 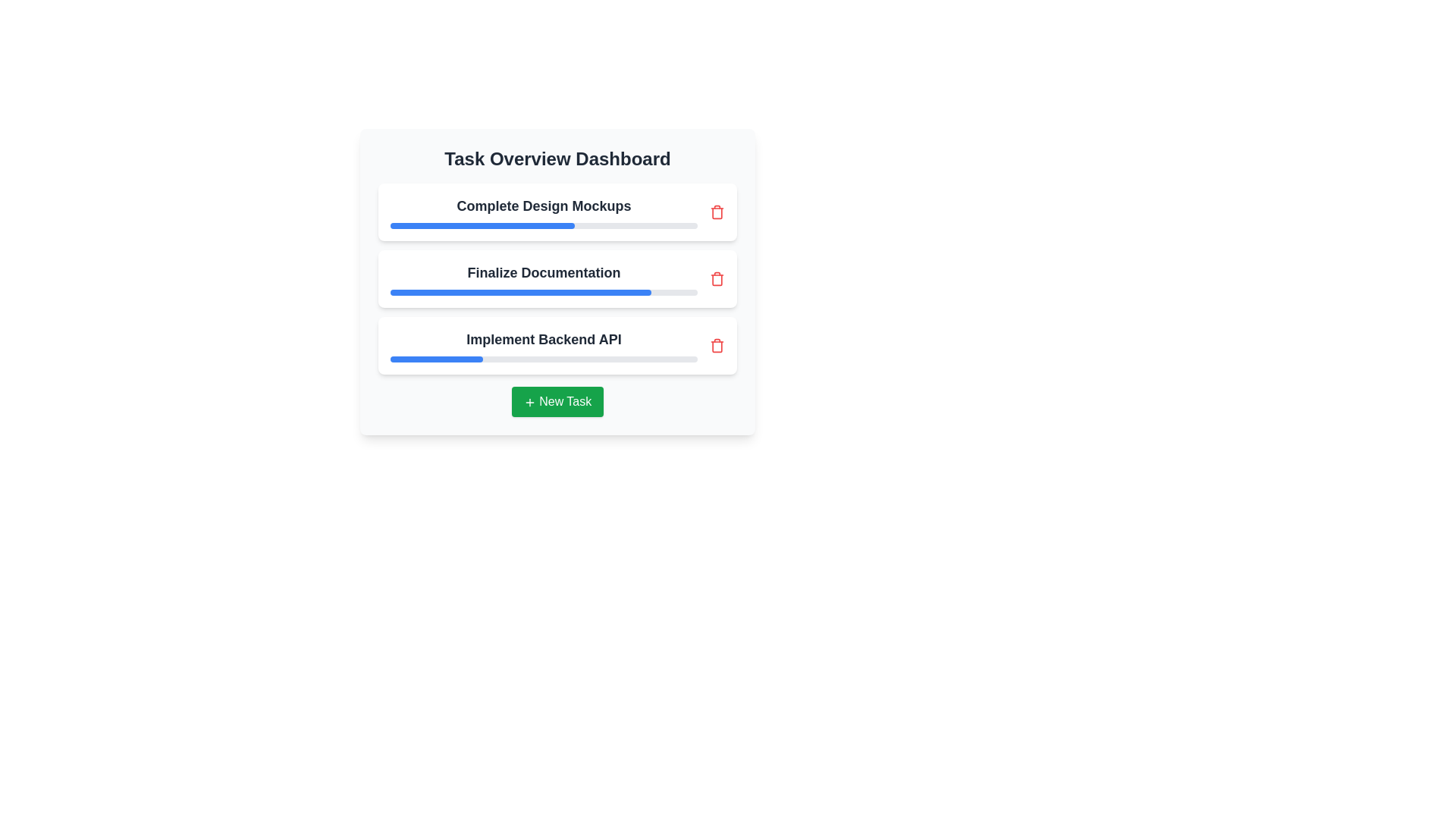 What do you see at coordinates (716, 345) in the screenshot?
I see `trash icon next to the task titled 'Implement Backend API' to delete it` at bounding box center [716, 345].